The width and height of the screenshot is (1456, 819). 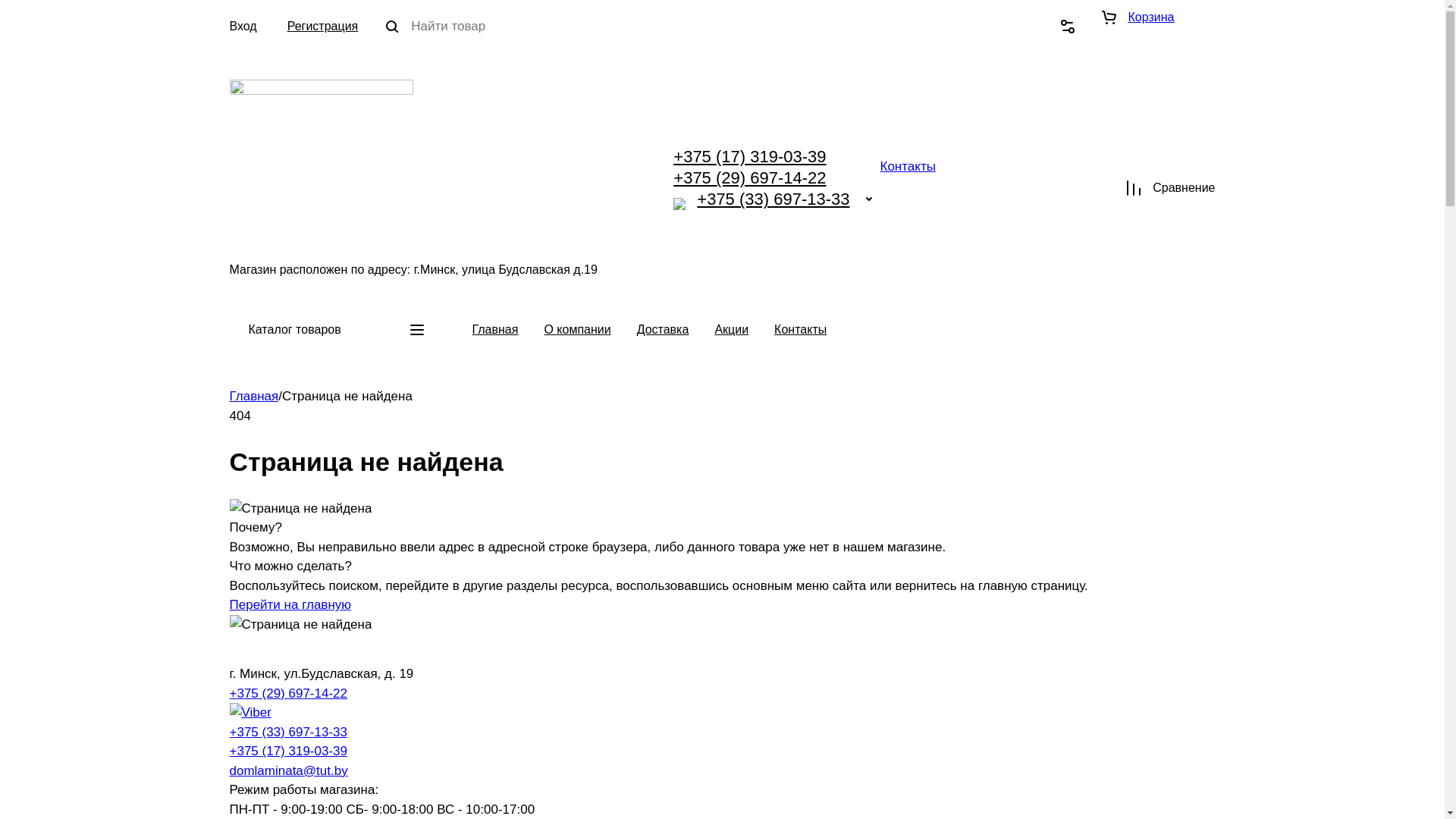 I want to click on '+375 (33) 697-13-33', so click(x=287, y=731).